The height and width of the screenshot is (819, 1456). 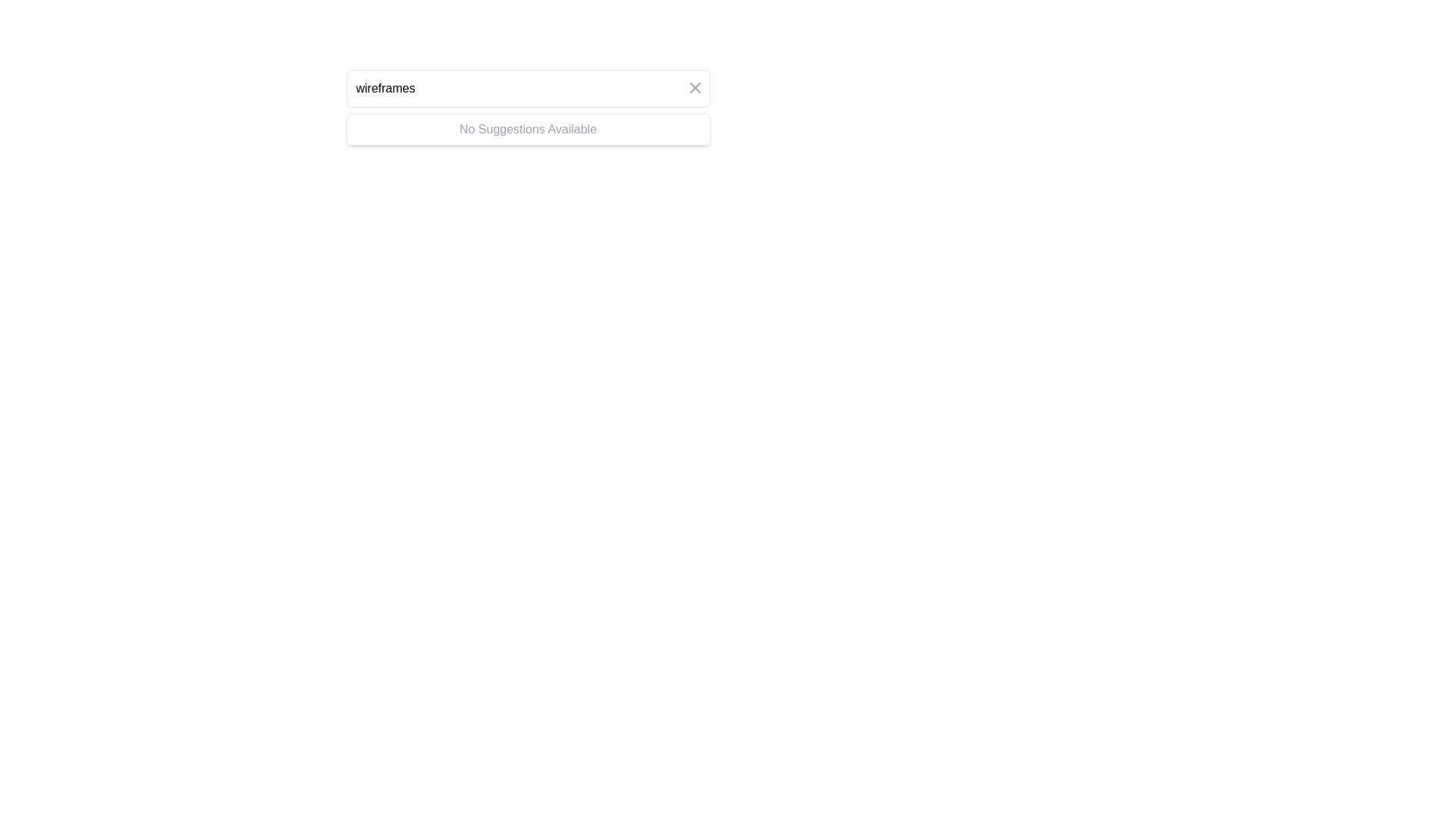 I want to click on the clear or delete button (icon-based) located at the top-right corner of the text input field with the placeholder 'wireframes', so click(x=694, y=87).